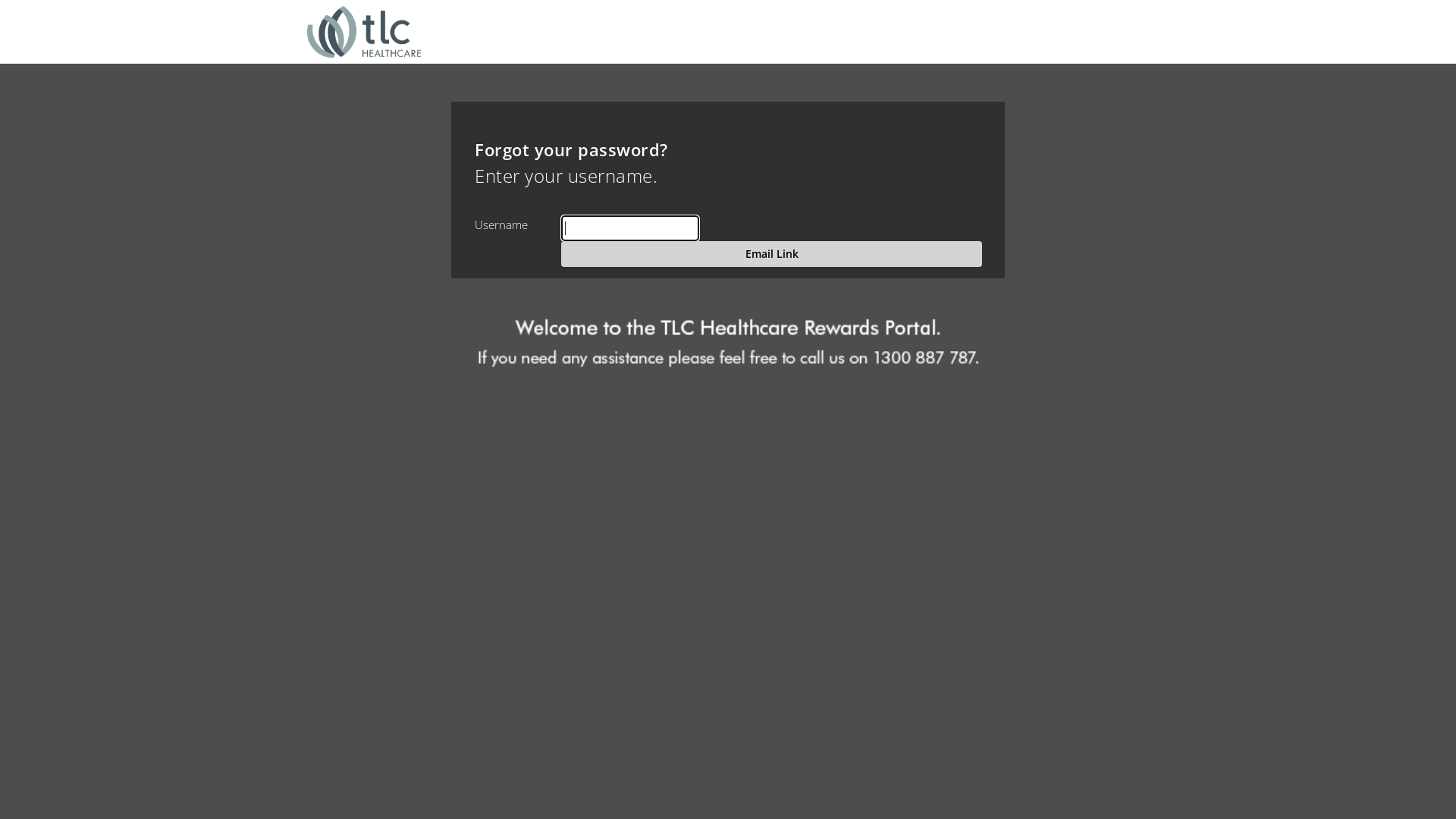  Describe the element at coordinates (771, 253) in the screenshot. I see `'Email Link'` at that location.